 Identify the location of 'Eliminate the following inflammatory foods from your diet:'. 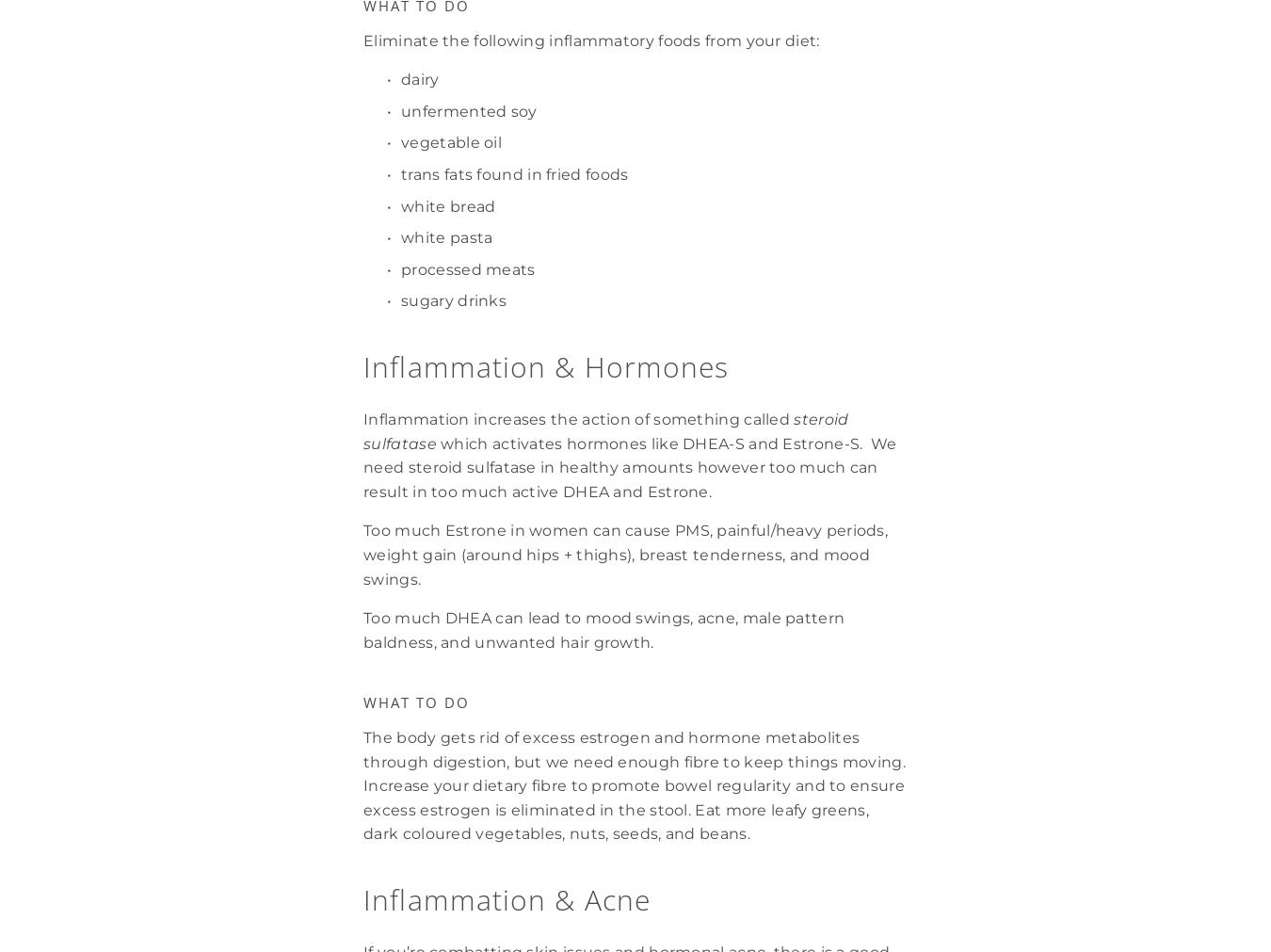
(362, 39).